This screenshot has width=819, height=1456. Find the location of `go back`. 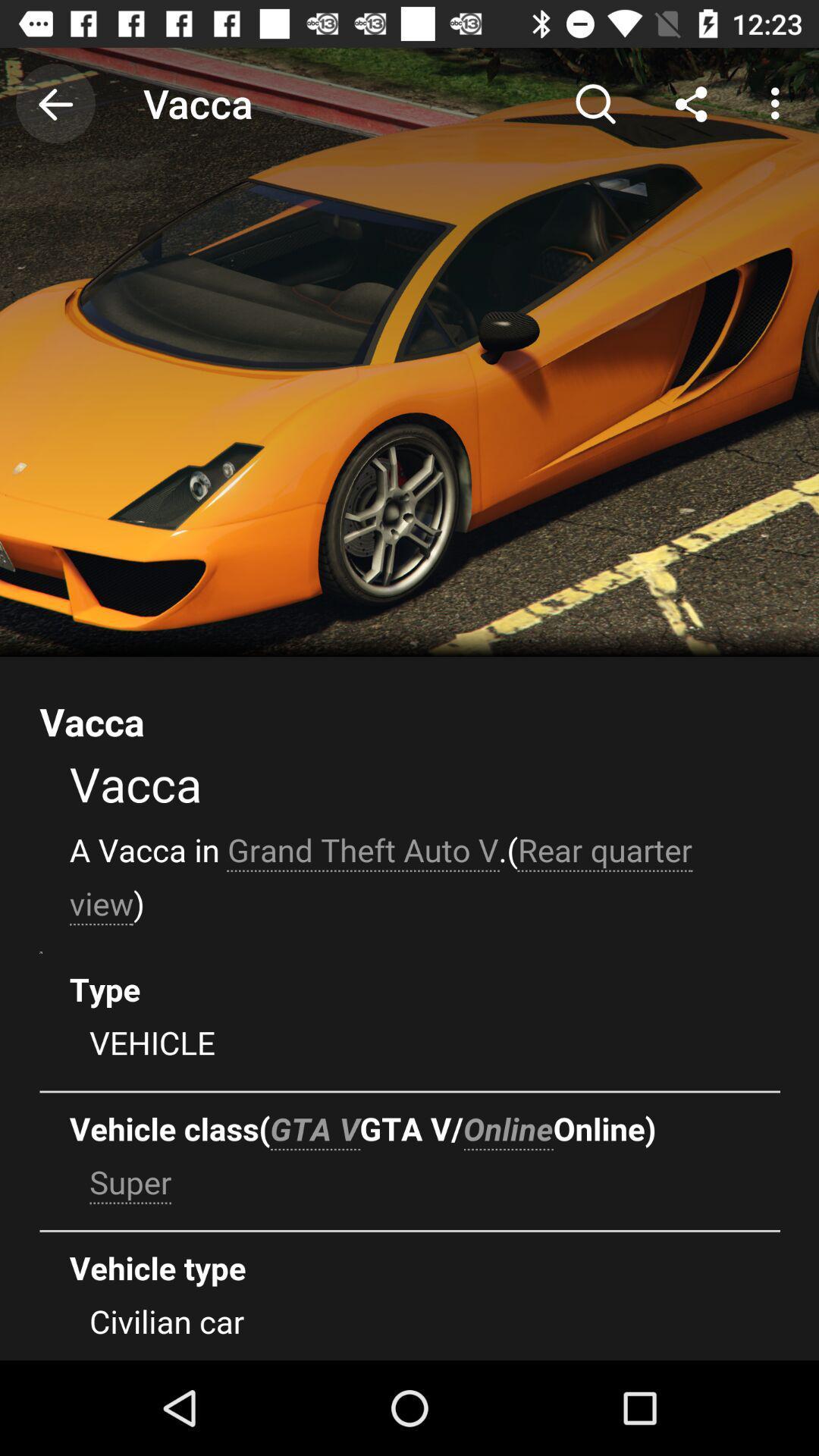

go back is located at coordinates (55, 102).